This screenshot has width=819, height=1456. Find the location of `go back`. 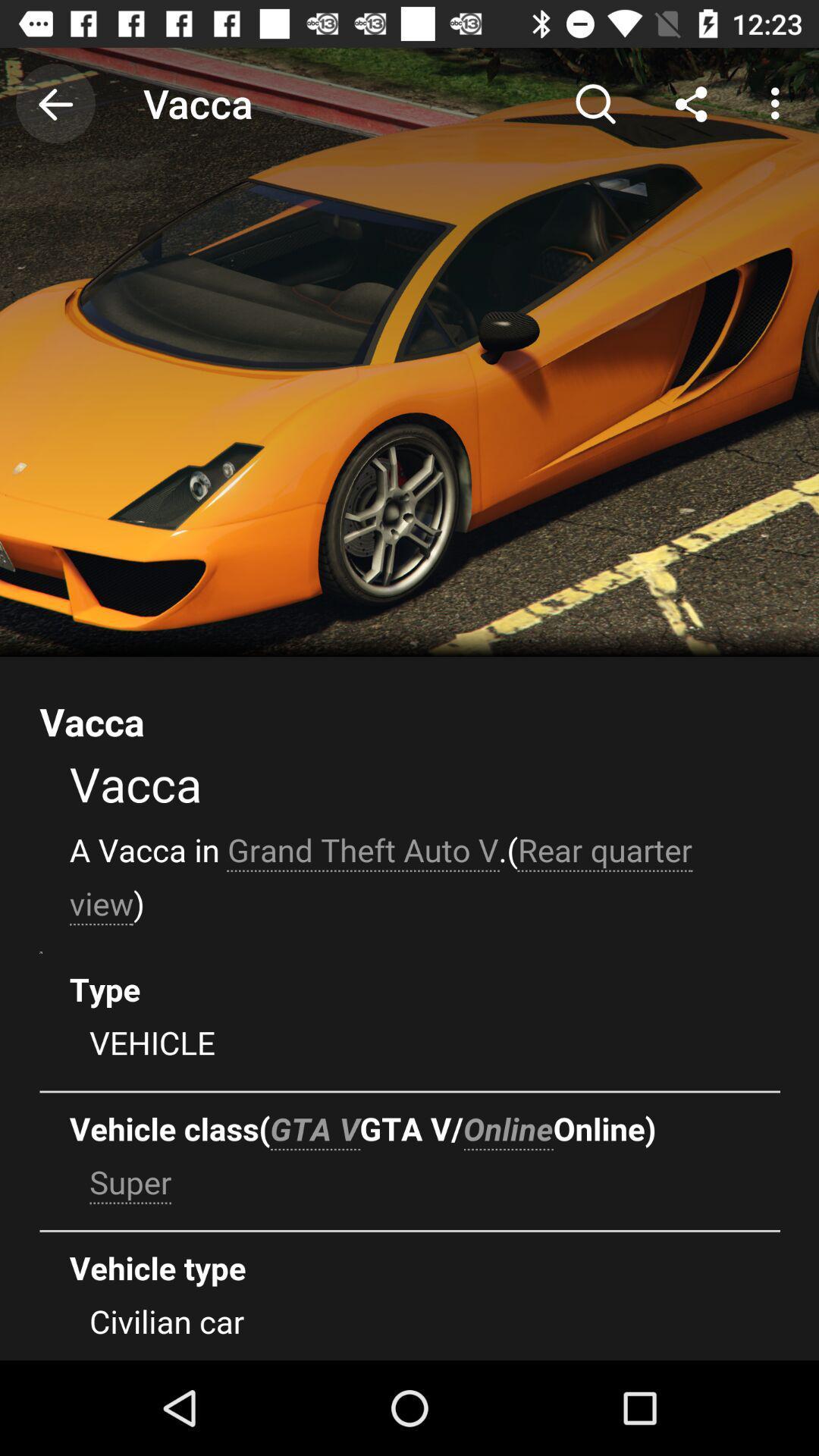

go back is located at coordinates (55, 102).